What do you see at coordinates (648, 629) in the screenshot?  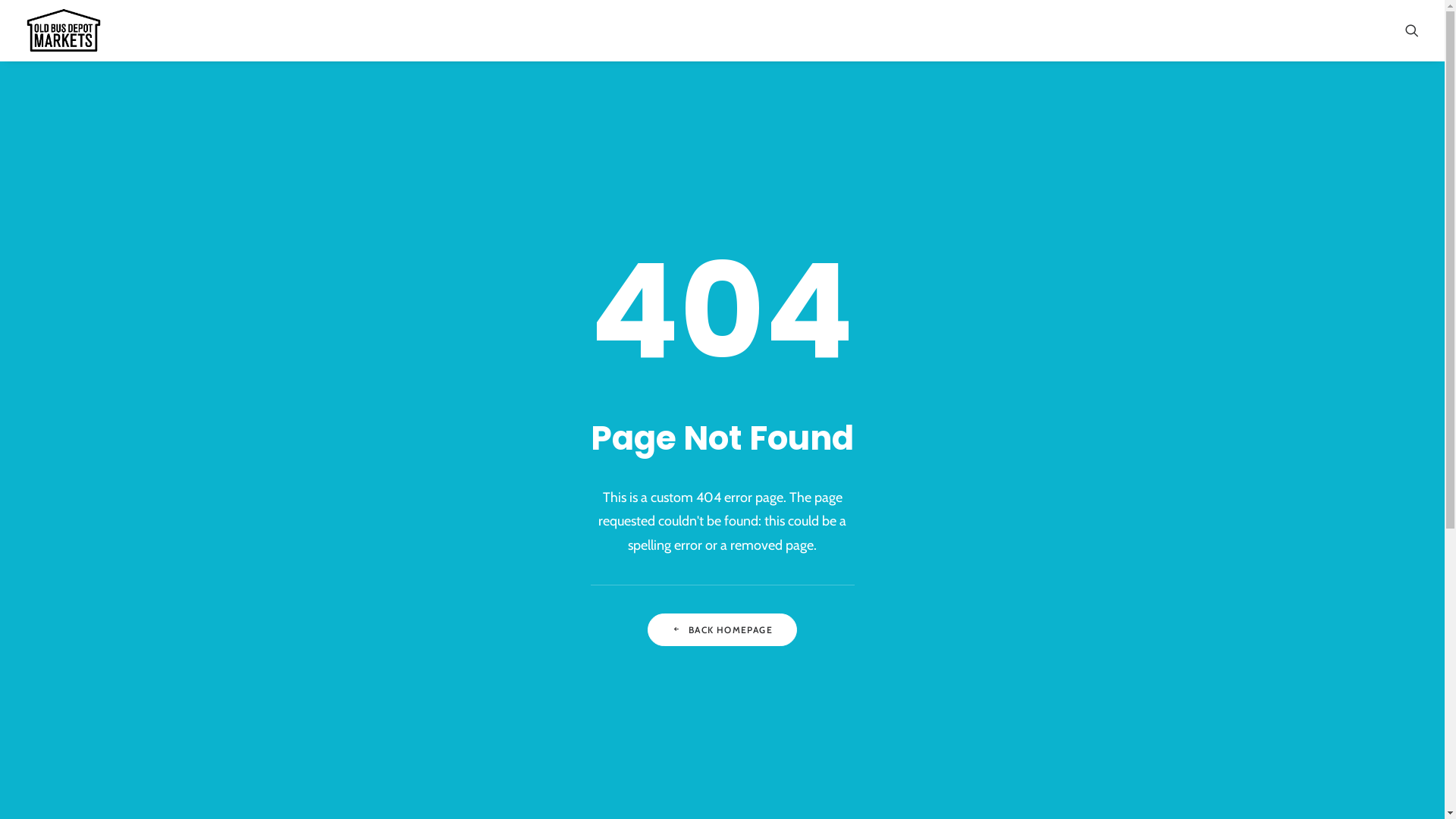 I see `'BACK HOMEPAGE'` at bounding box center [648, 629].